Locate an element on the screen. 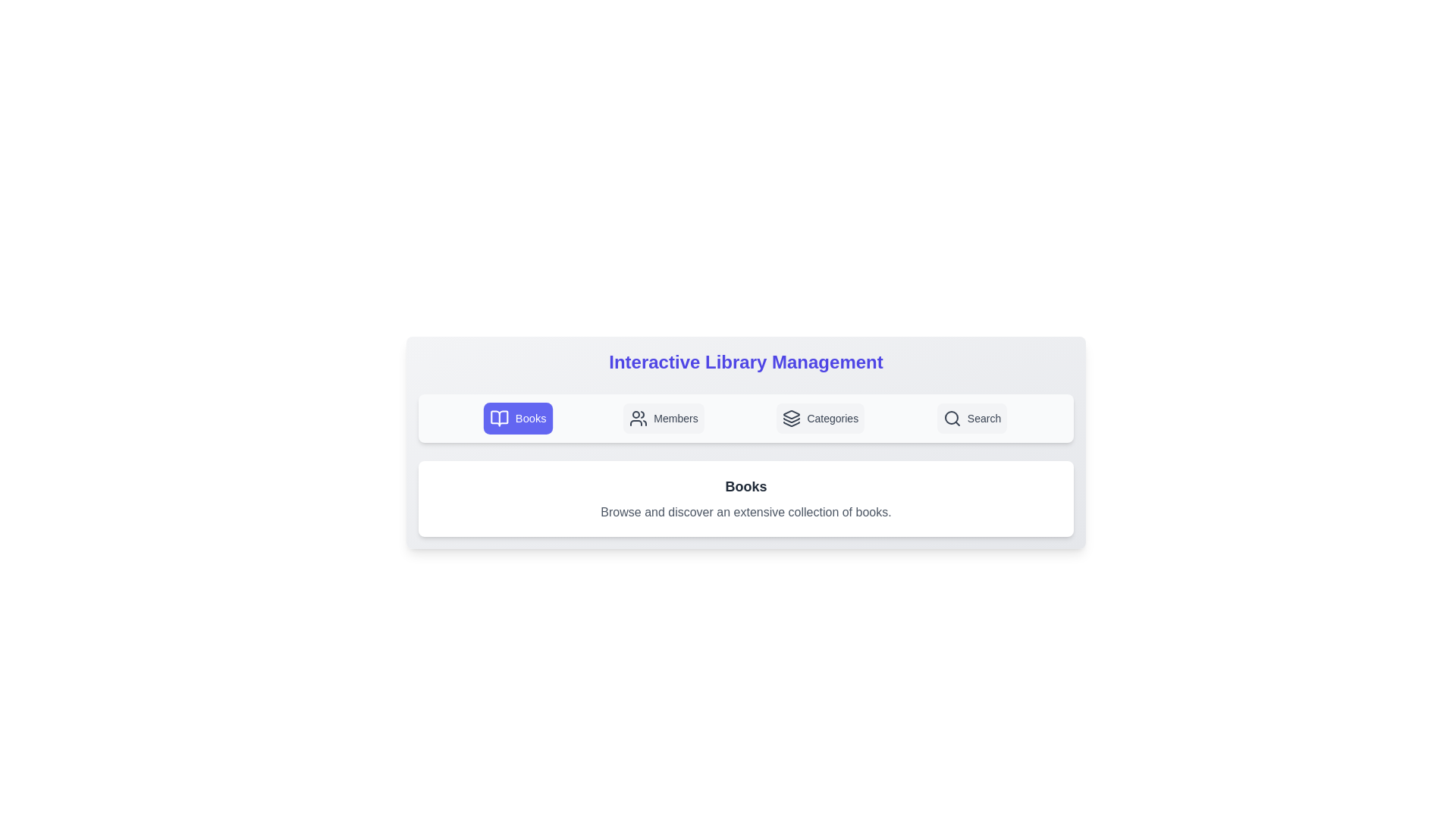  the search button located in the top right of the navigation bar is located at coordinates (971, 418).